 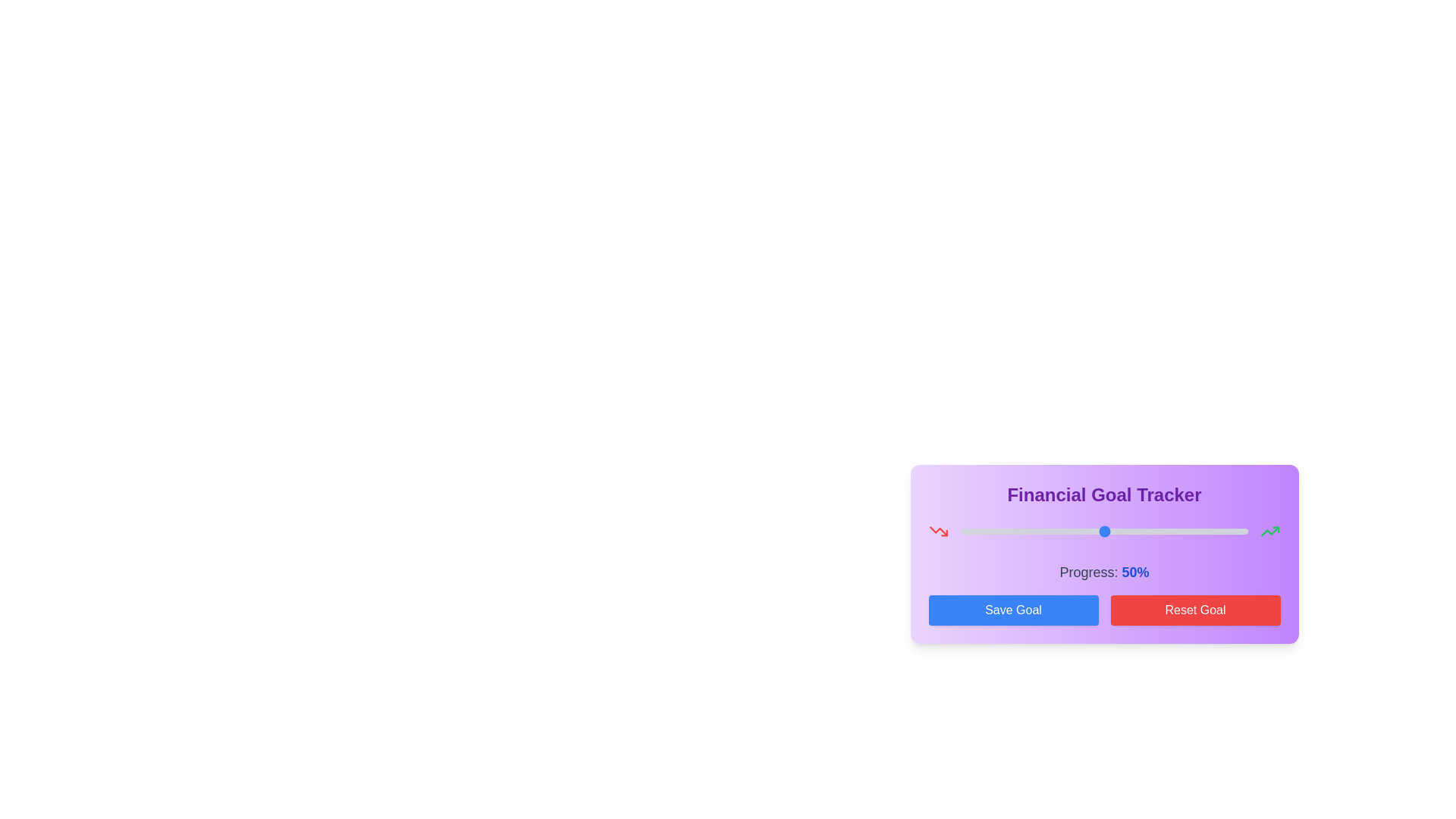 I want to click on the progress slider to 73%, so click(x=1169, y=531).